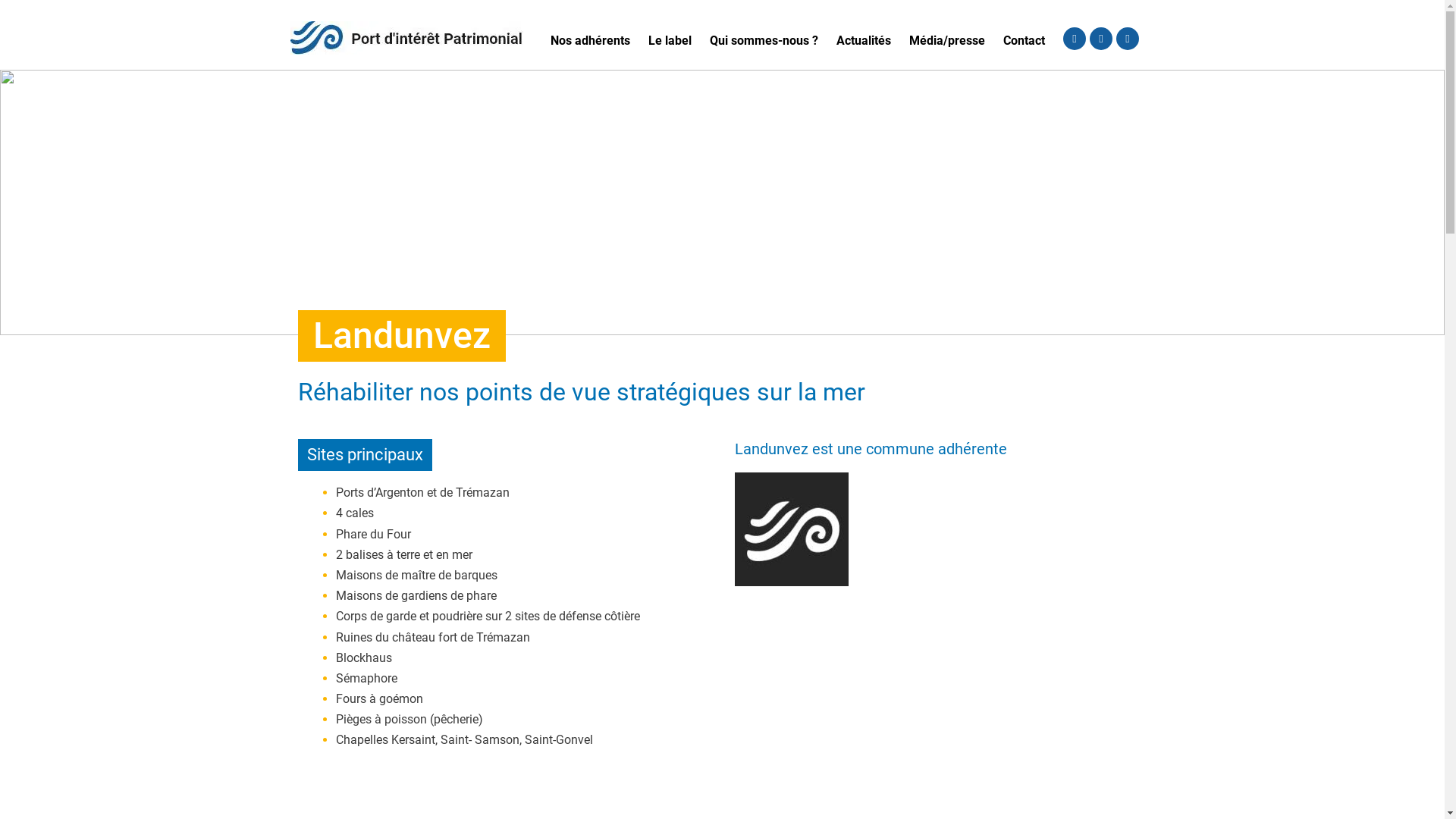 This screenshot has width=1456, height=819. I want to click on 'Contact', so click(993, 40).